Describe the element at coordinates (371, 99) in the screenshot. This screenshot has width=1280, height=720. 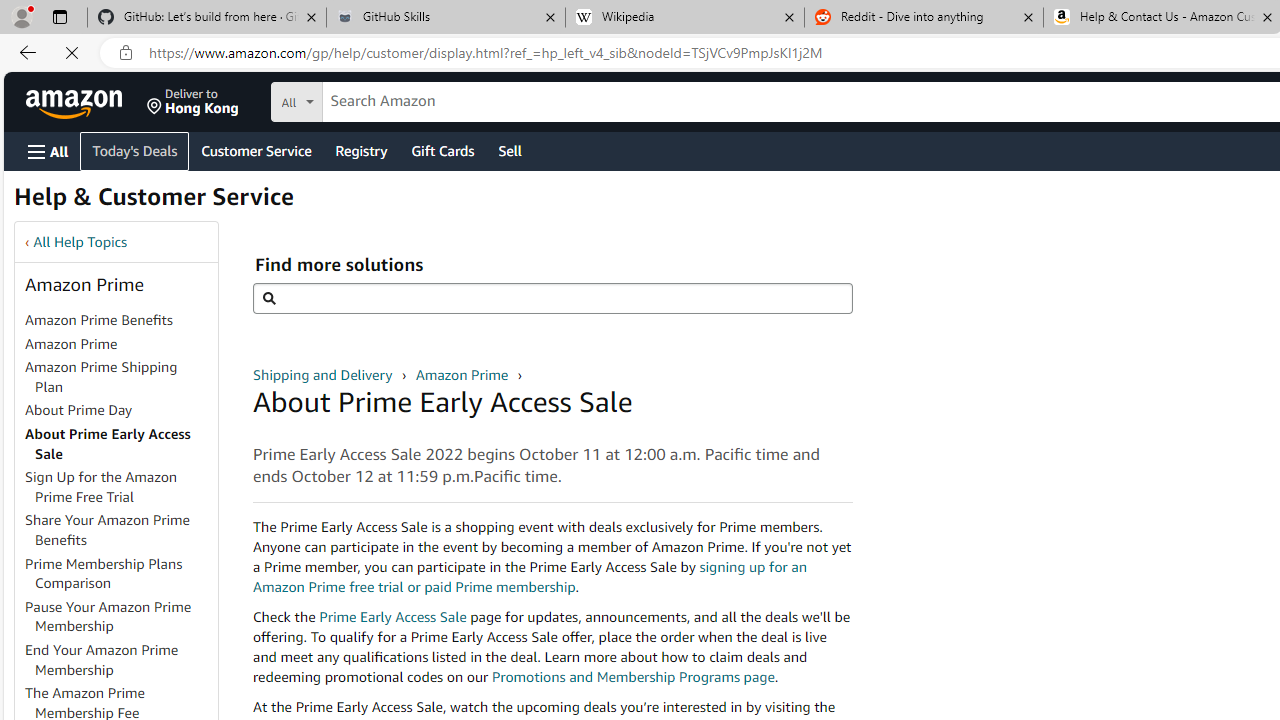
I see `'Search in'` at that location.